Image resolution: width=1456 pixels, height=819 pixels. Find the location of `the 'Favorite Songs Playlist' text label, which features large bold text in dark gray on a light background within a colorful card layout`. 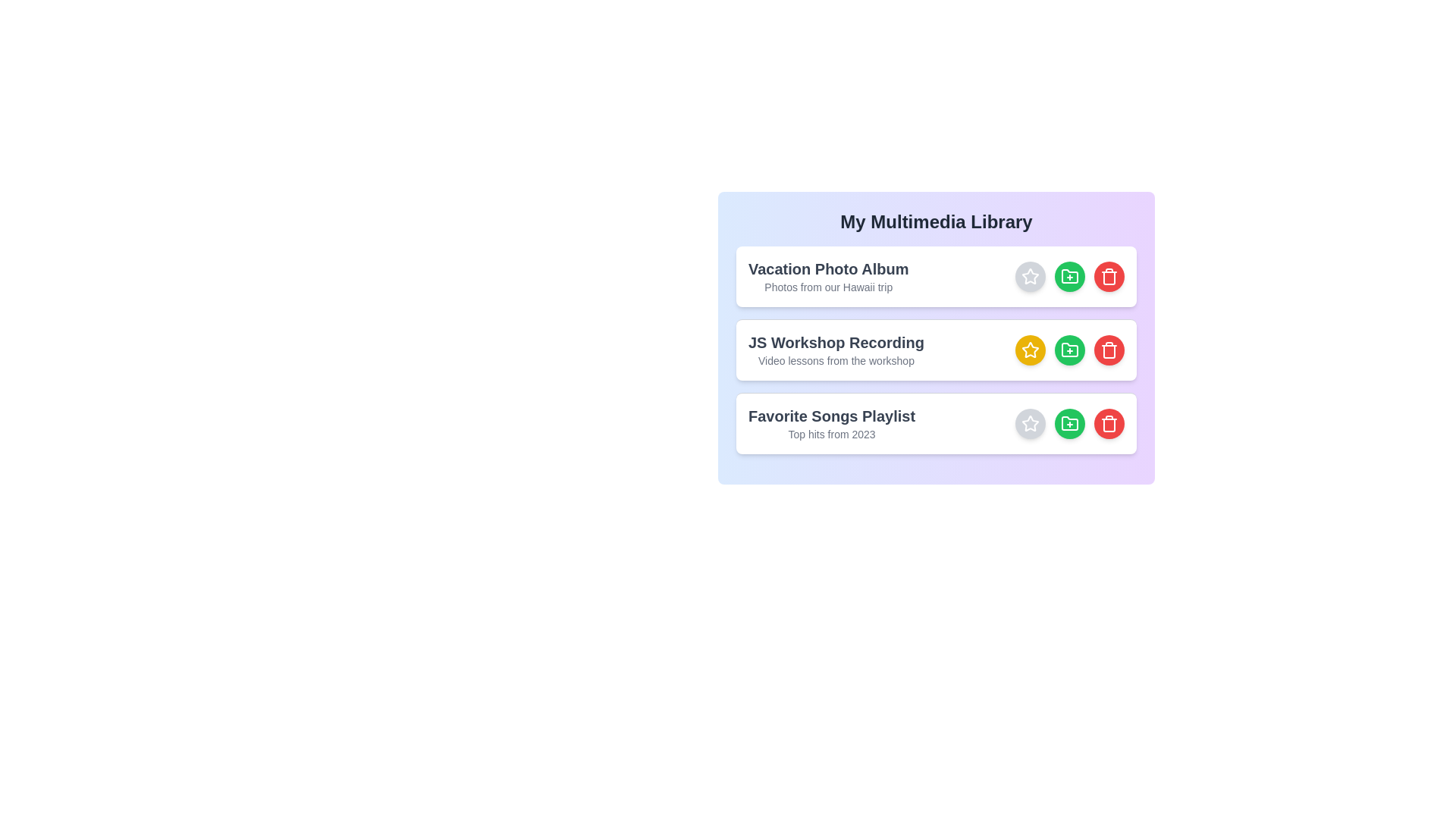

the 'Favorite Songs Playlist' text label, which features large bold text in dark gray on a light background within a colorful card layout is located at coordinates (831, 416).